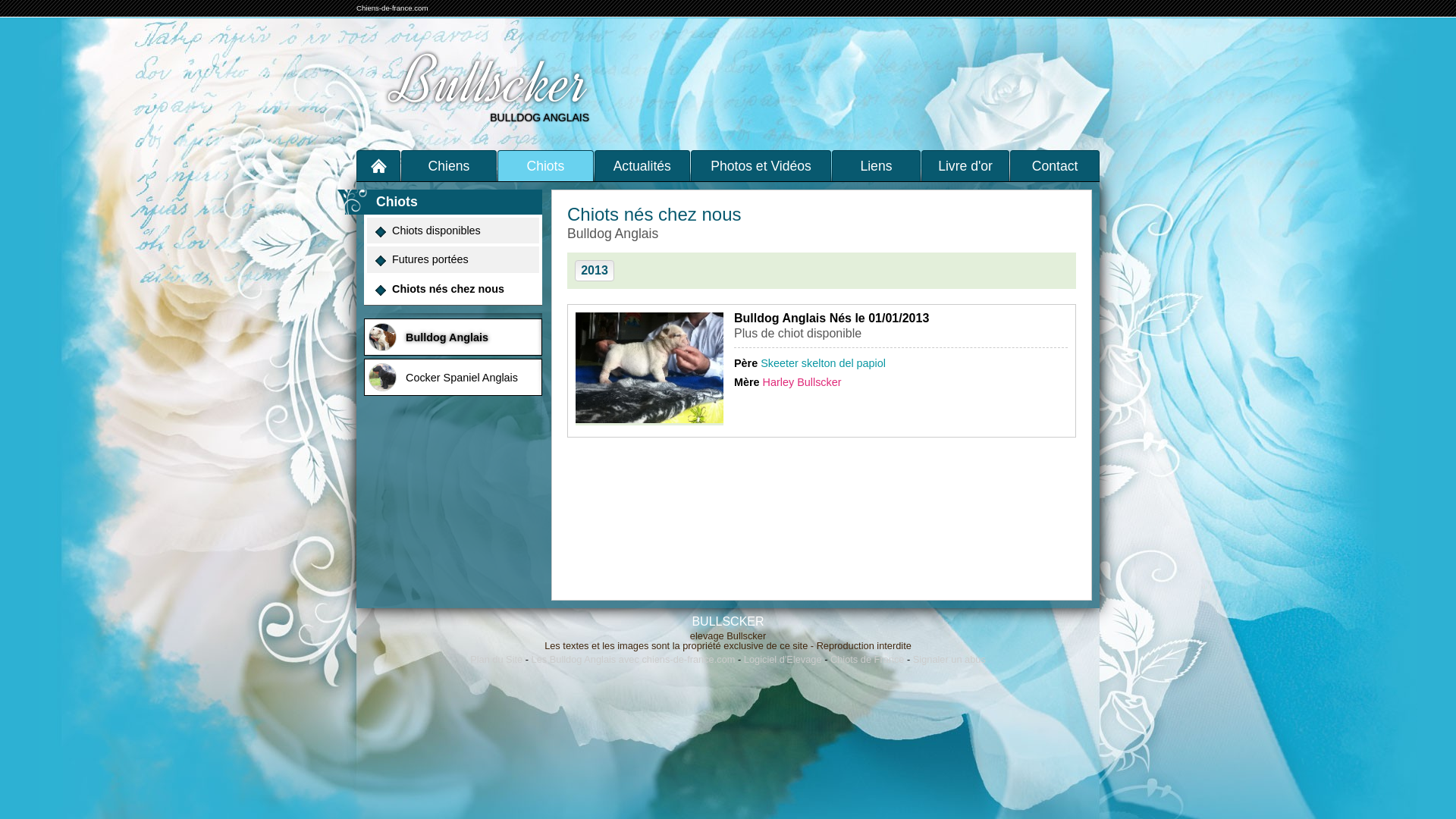 The width and height of the screenshot is (1456, 819). What do you see at coordinates (949, 658) in the screenshot?
I see `'Signaler un abus'` at bounding box center [949, 658].